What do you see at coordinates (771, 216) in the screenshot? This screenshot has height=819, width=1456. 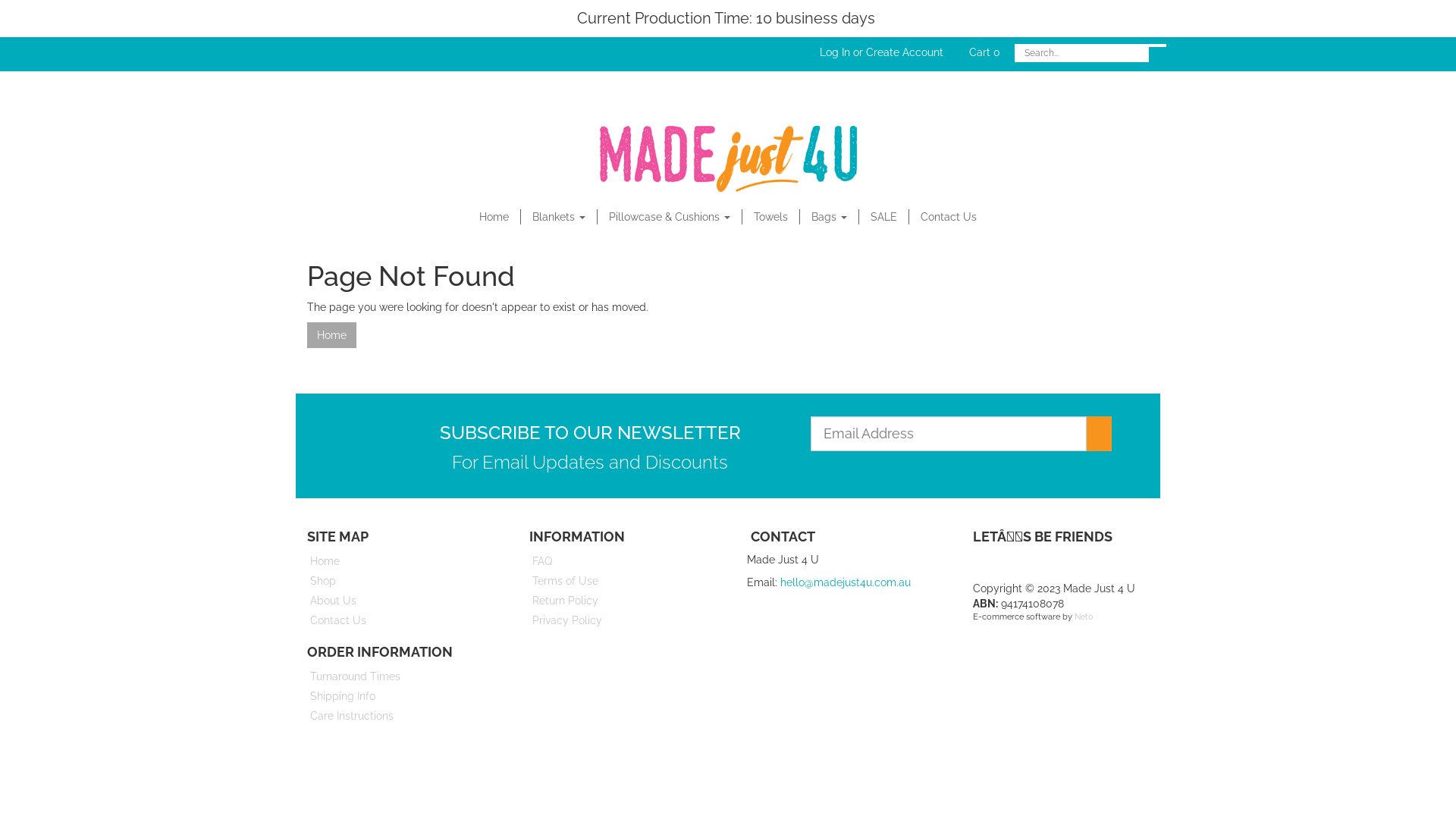 I see `'Towels'` at bounding box center [771, 216].